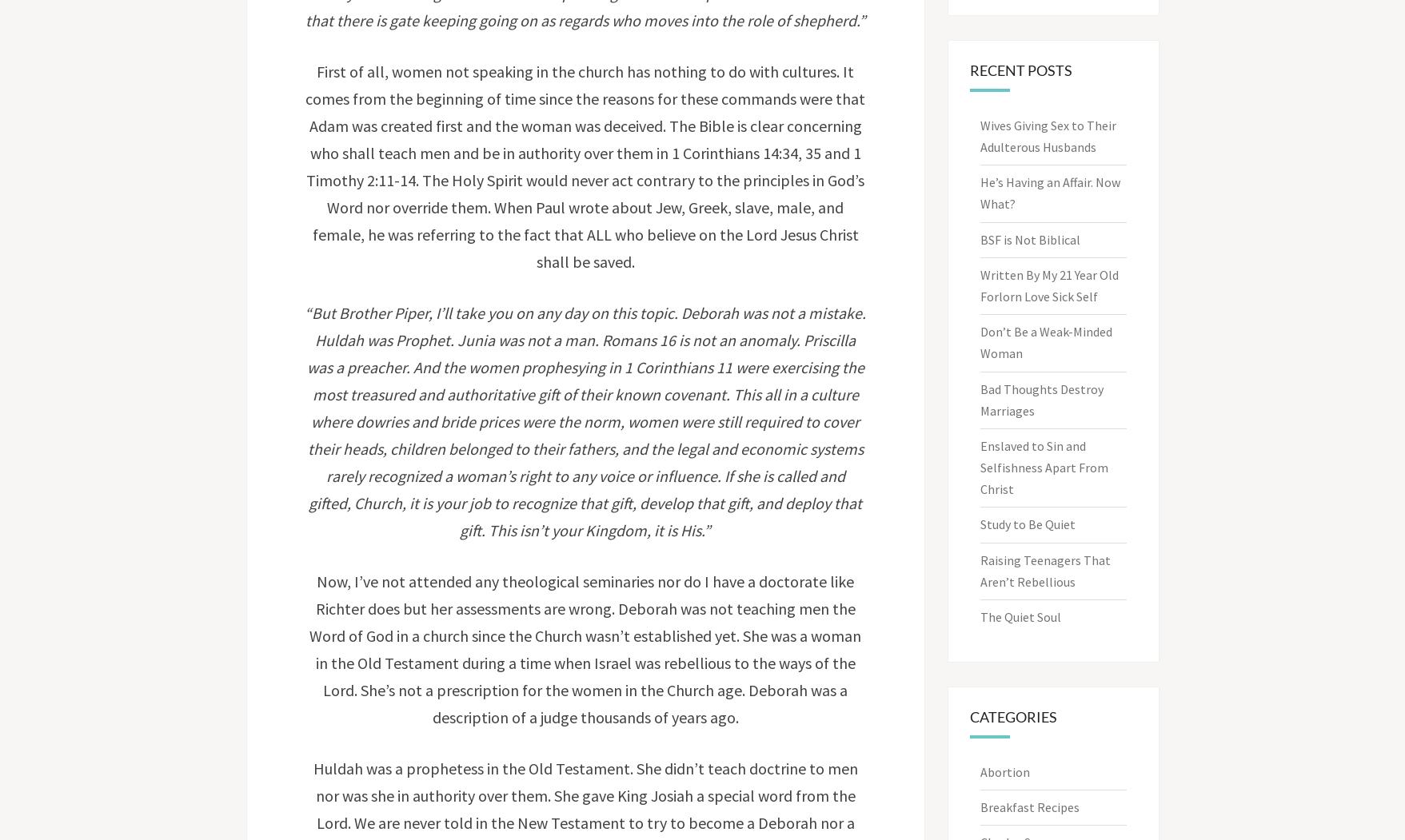 This screenshot has width=1405, height=840. What do you see at coordinates (1030, 238) in the screenshot?
I see `'BSF is Not Biblical'` at bounding box center [1030, 238].